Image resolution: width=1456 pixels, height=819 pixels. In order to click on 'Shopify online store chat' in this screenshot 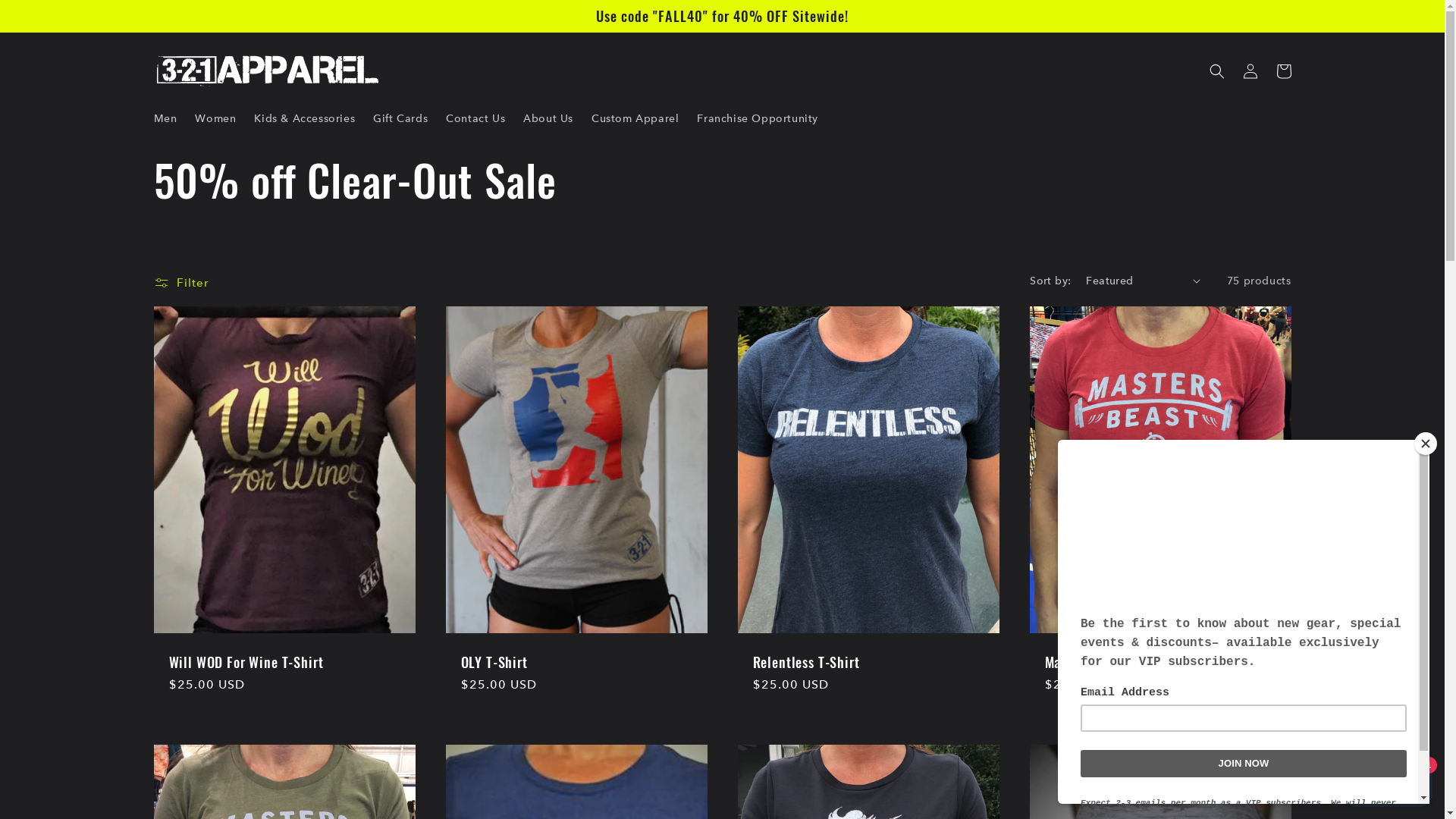, I will do `click(1388, 780)`.